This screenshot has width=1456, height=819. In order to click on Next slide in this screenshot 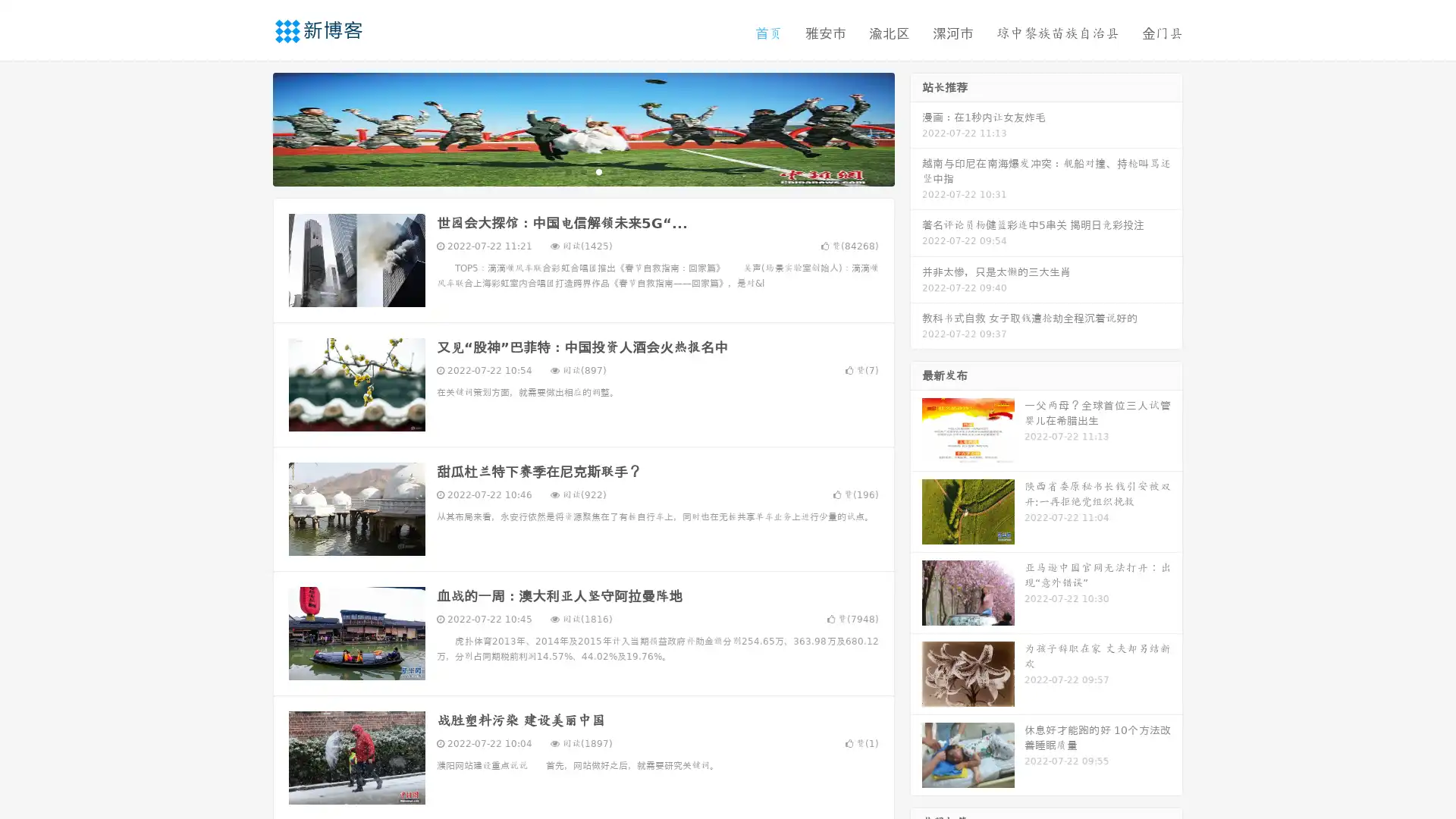, I will do `click(916, 127)`.